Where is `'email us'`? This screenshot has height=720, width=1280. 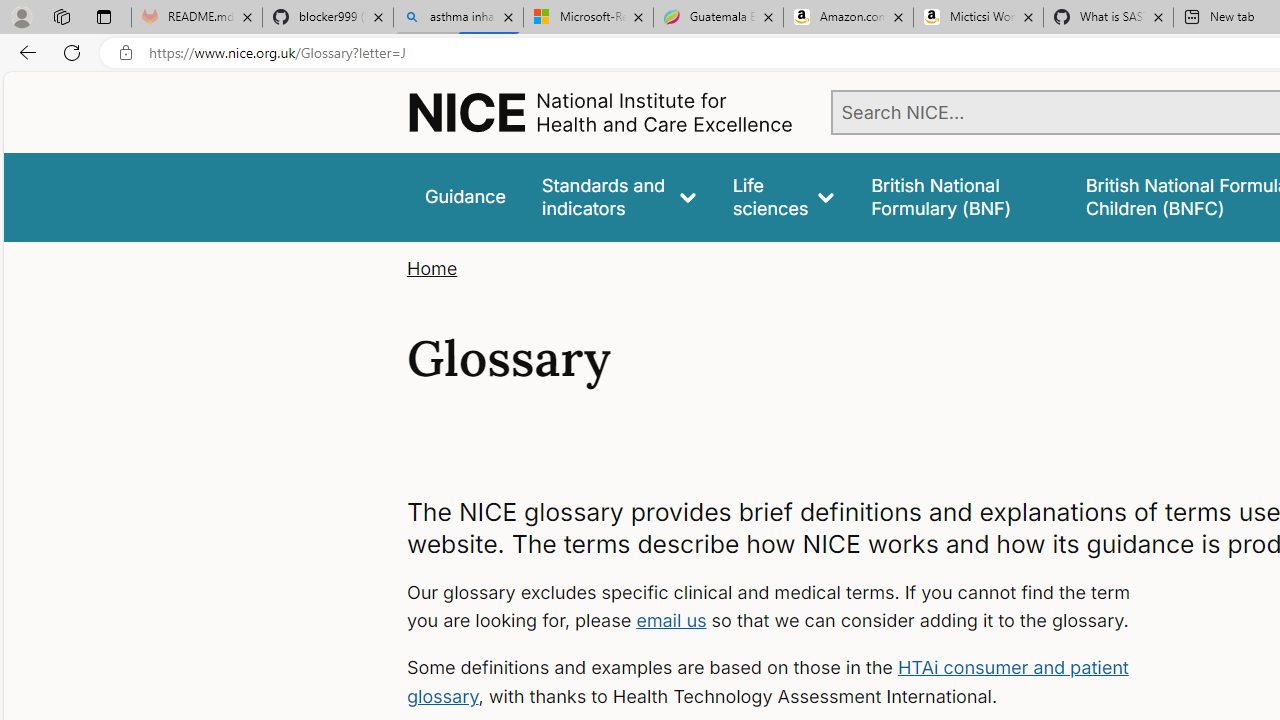
'email us' is located at coordinates (671, 620).